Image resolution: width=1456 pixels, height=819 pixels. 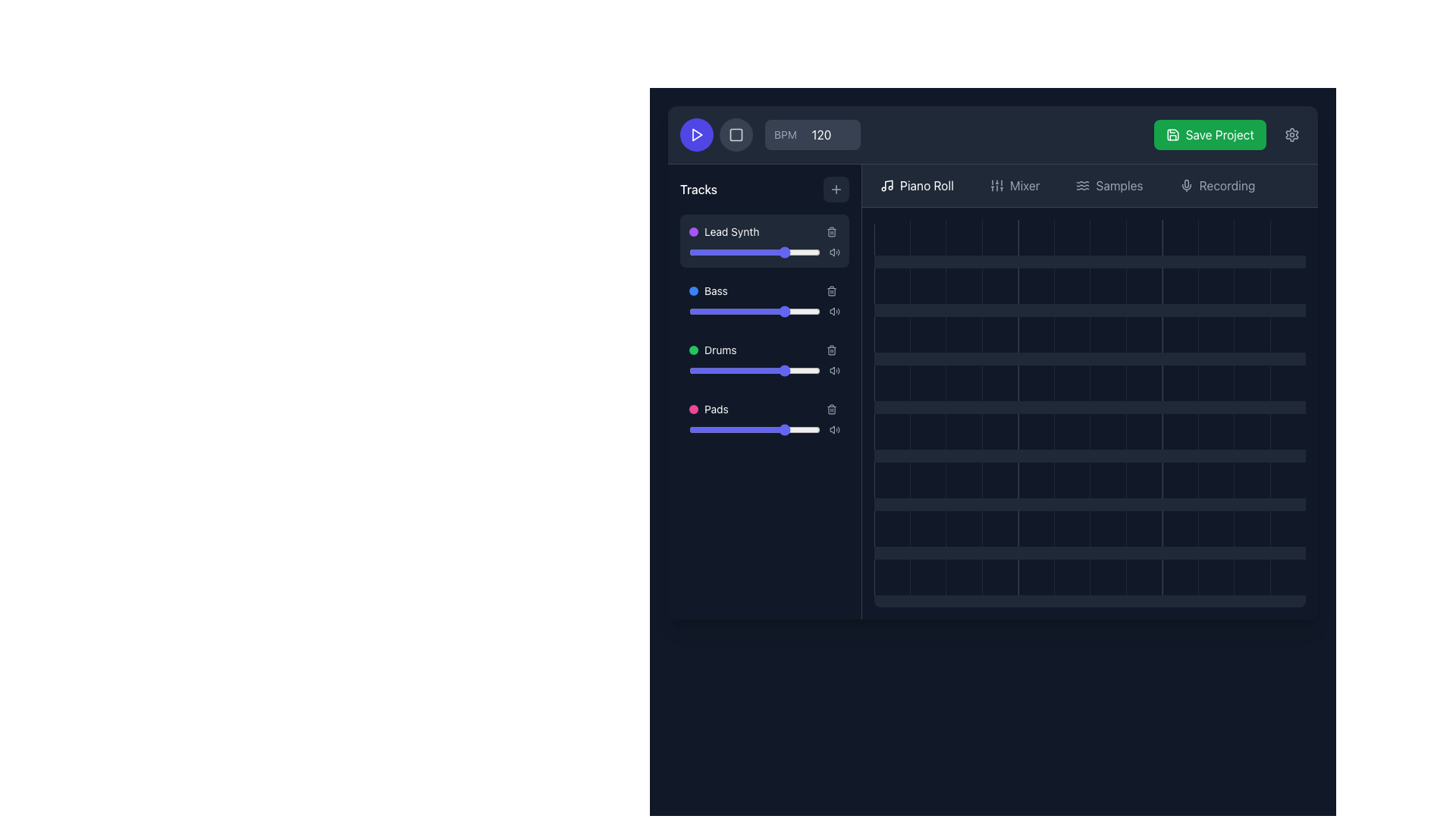 What do you see at coordinates (963, 286) in the screenshot?
I see `the square-shaped grid cell located in the third column of the second row with a dark background color within the main interactive panel` at bounding box center [963, 286].